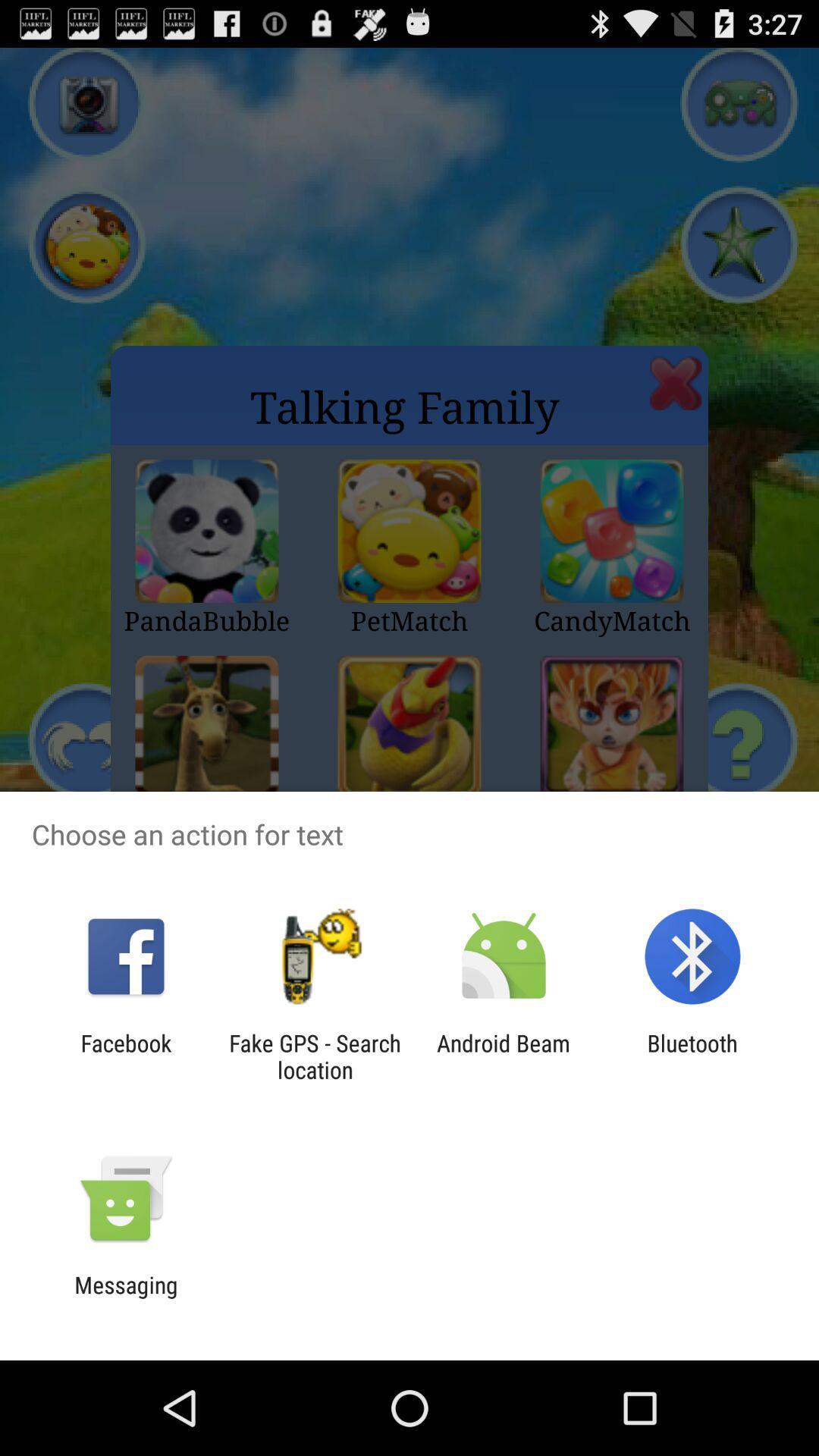  What do you see at coordinates (314, 1056) in the screenshot?
I see `fake gps search icon` at bounding box center [314, 1056].